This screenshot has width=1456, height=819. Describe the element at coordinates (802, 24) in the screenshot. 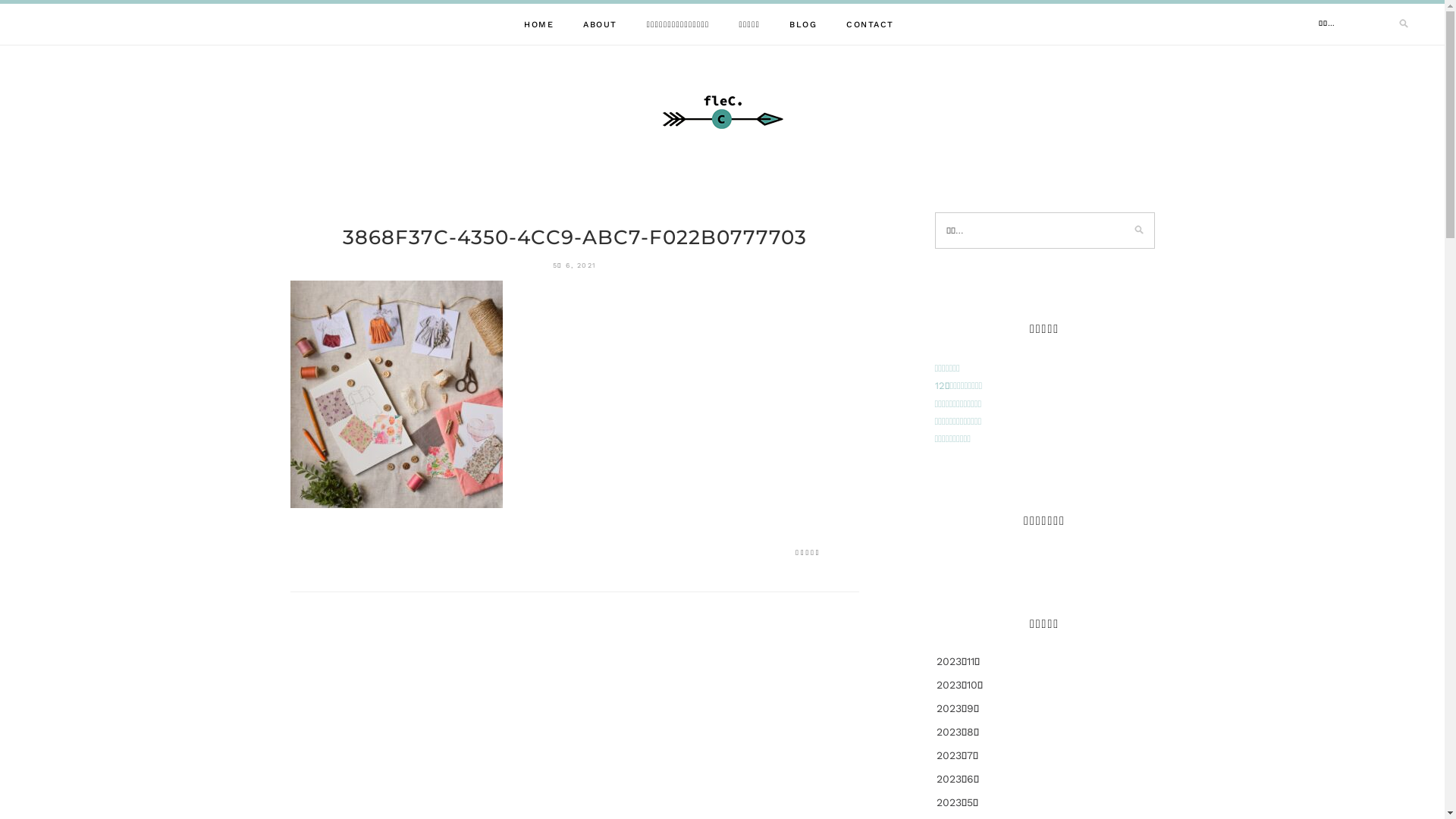

I see `'BLOG'` at that location.